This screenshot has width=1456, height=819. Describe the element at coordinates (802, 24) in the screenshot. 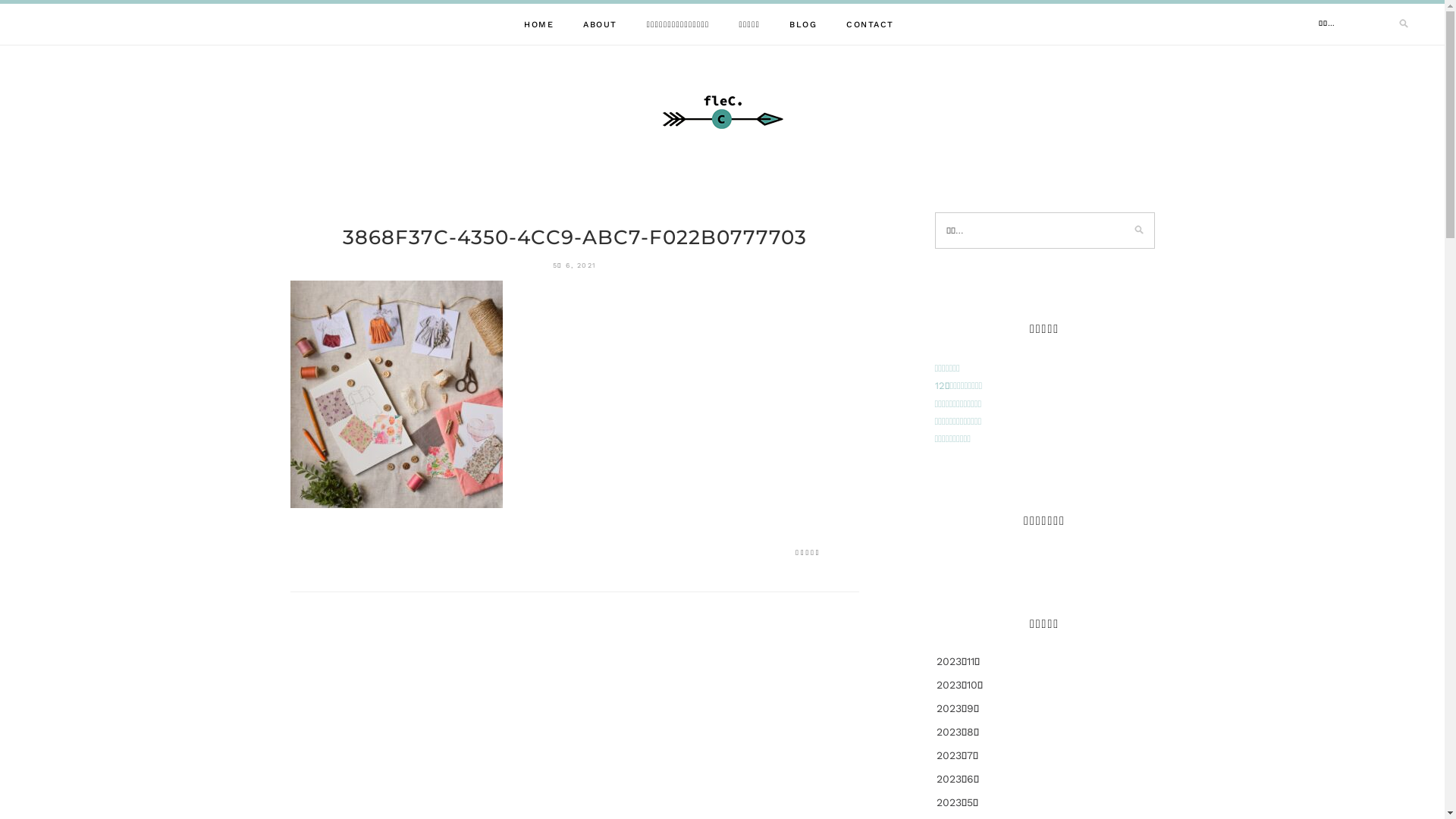

I see `'BLOG'` at that location.